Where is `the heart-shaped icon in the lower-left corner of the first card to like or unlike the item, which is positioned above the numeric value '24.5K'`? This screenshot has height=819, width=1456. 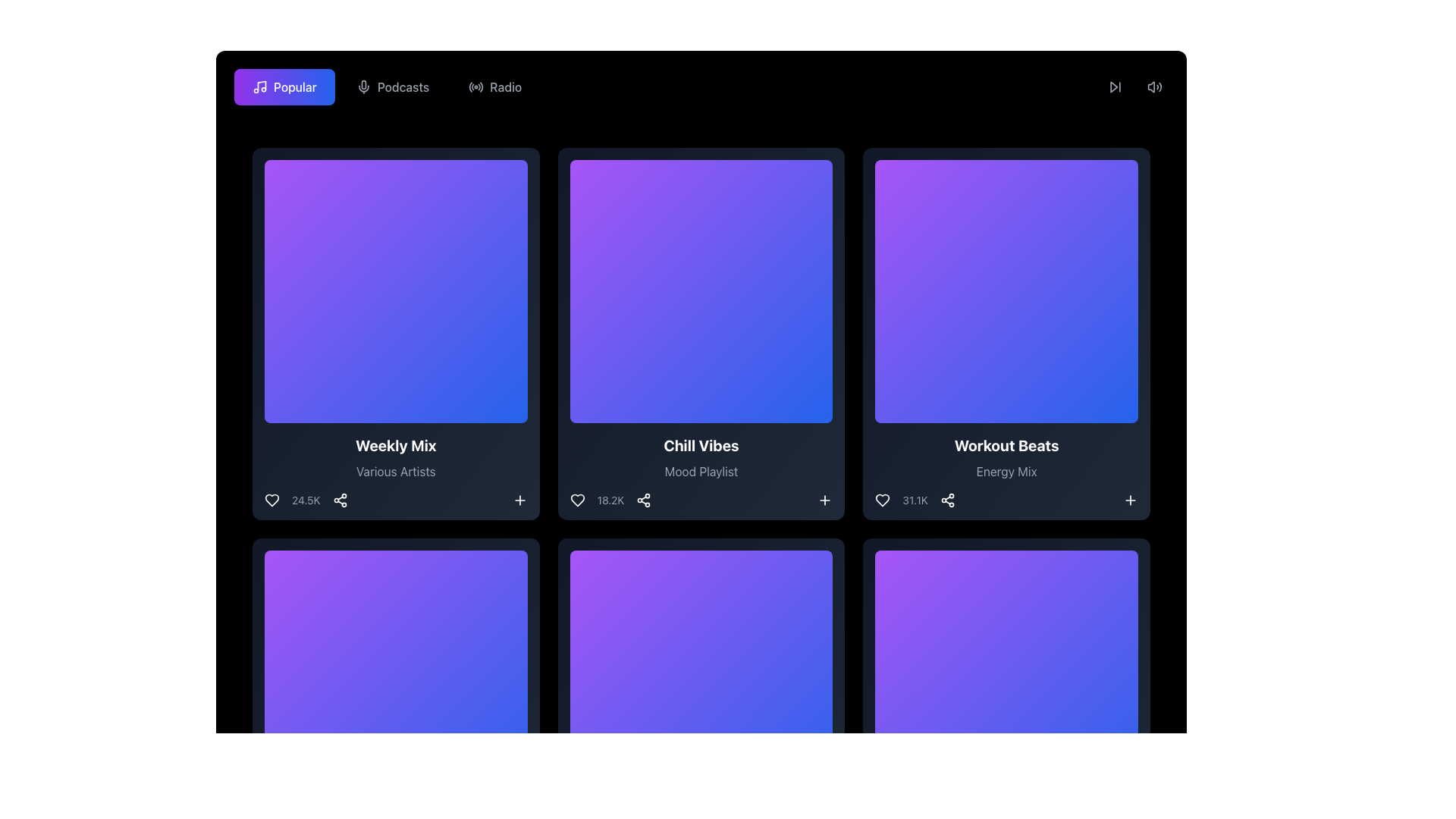
the heart-shaped icon in the lower-left corner of the first card to like or unlike the item, which is positioned above the numeric value '24.5K' is located at coordinates (272, 500).